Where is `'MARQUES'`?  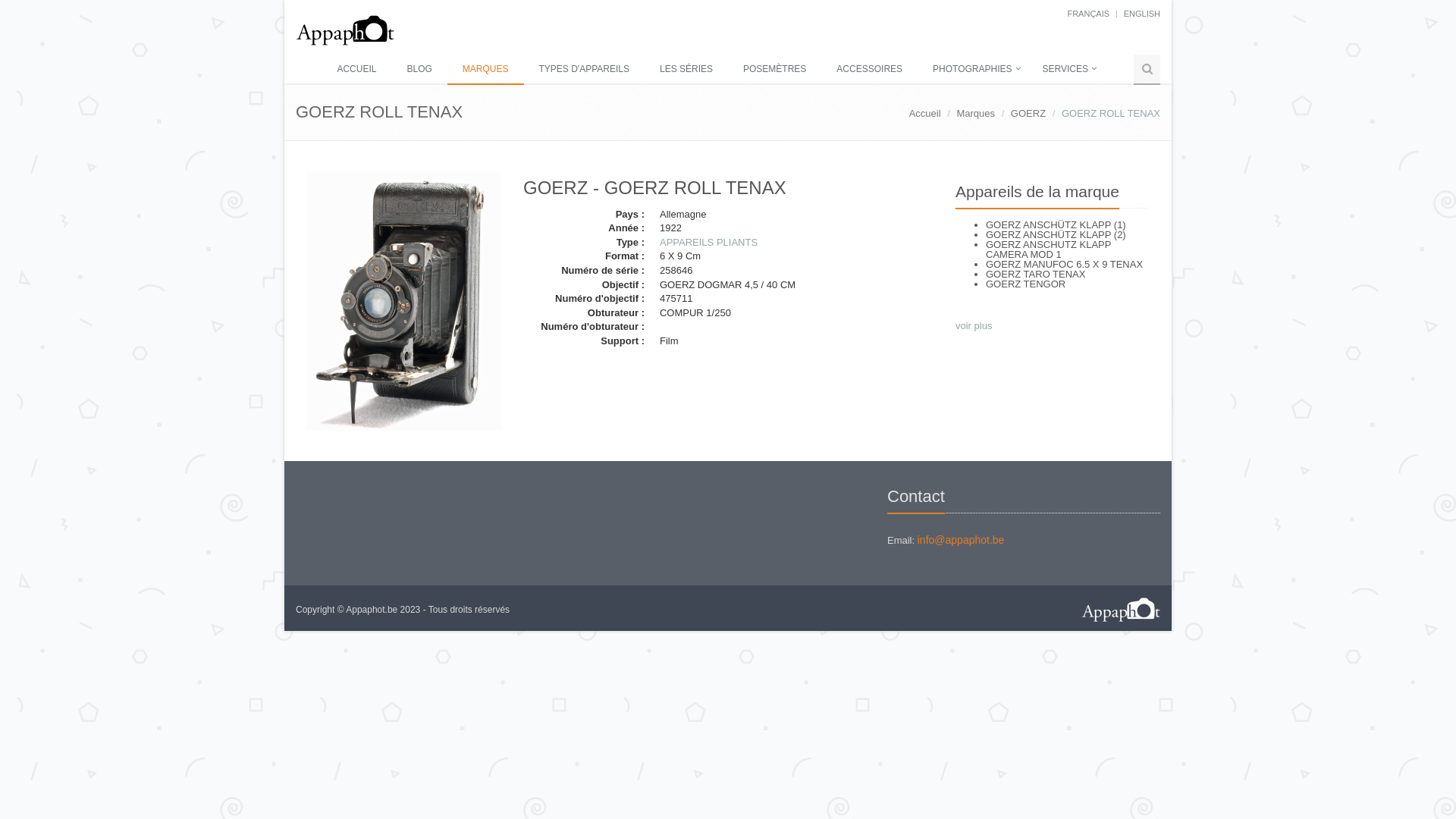
'MARQUES' is located at coordinates (485, 70).